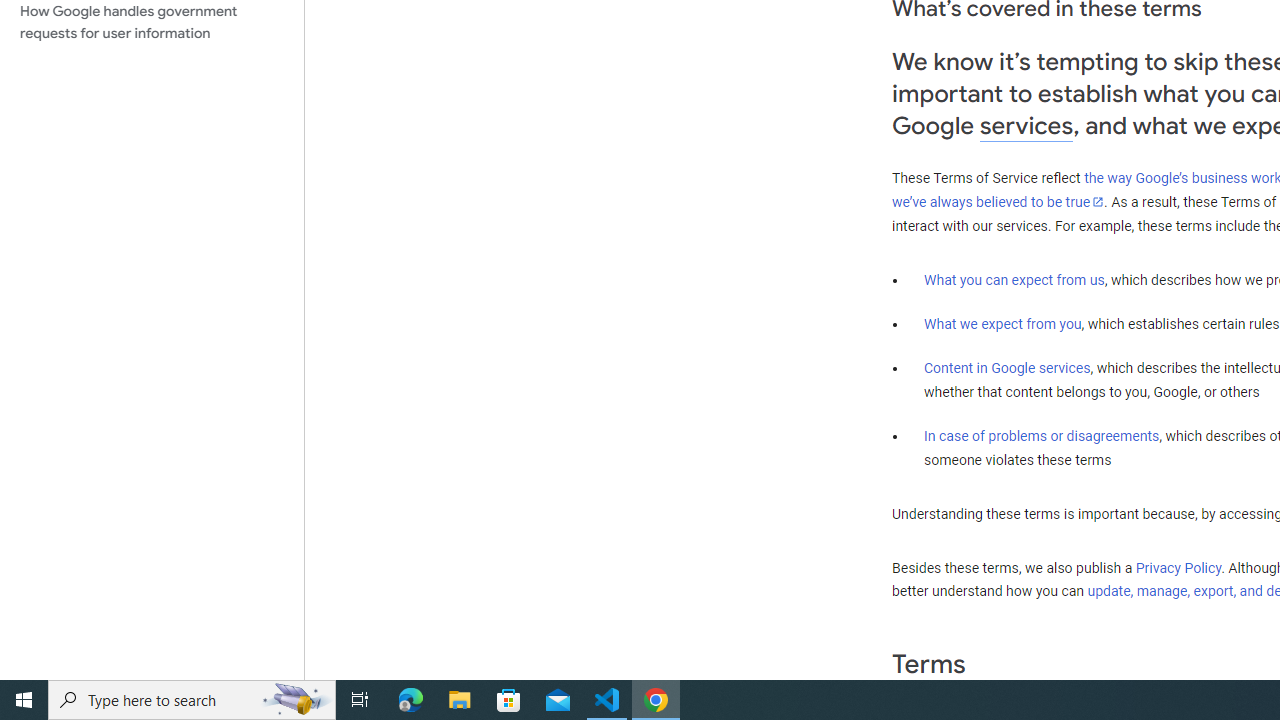 Image resolution: width=1280 pixels, height=720 pixels. Describe the element at coordinates (1007, 368) in the screenshot. I see `'Content in Google services'` at that location.